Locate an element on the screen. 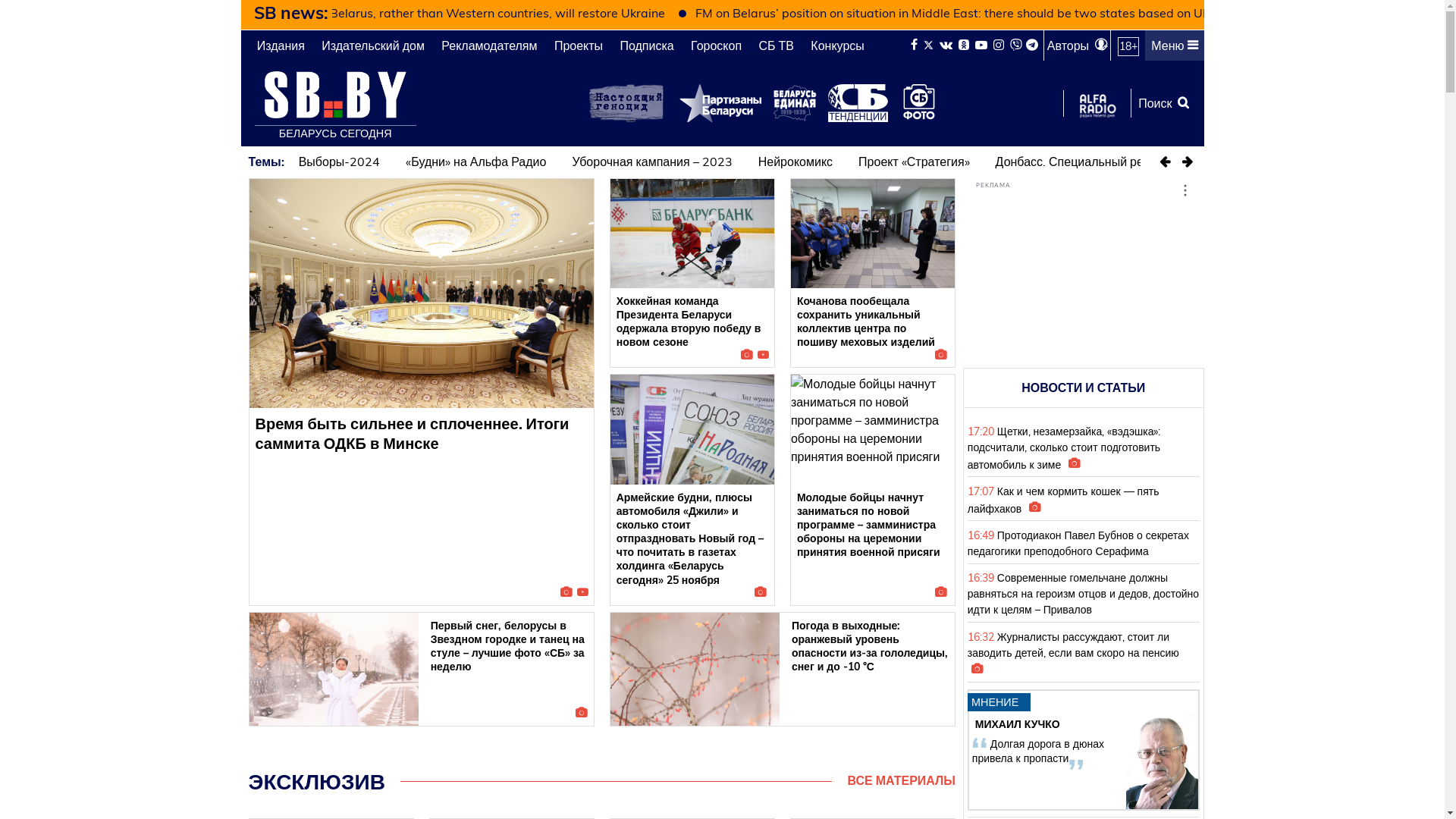 Image resolution: width=1456 pixels, height=819 pixels. 'SB news:' is located at coordinates (290, 12).